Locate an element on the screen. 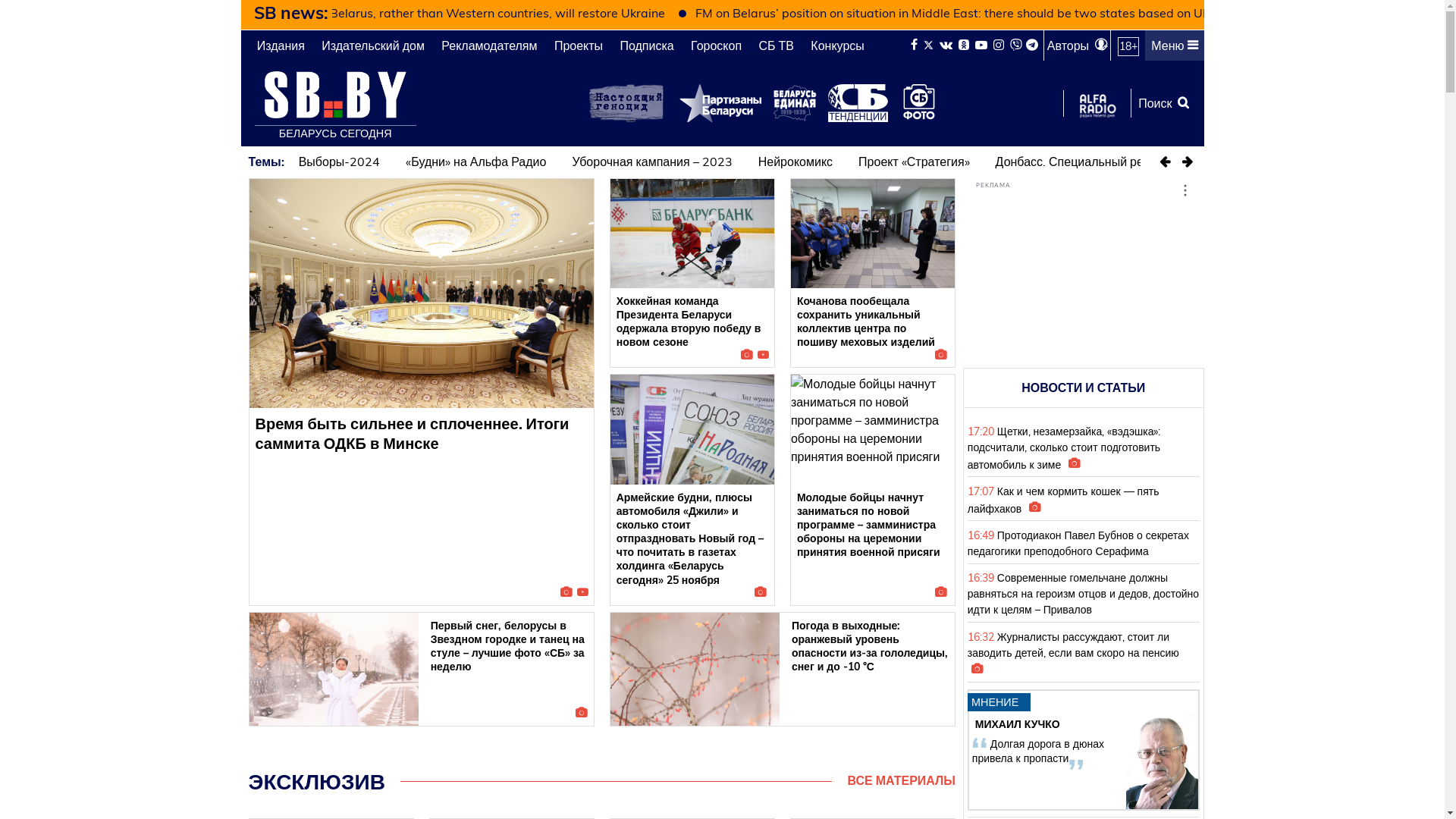 Image resolution: width=1456 pixels, height=819 pixels. 'SB news:' is located at coordinates (290, 12).